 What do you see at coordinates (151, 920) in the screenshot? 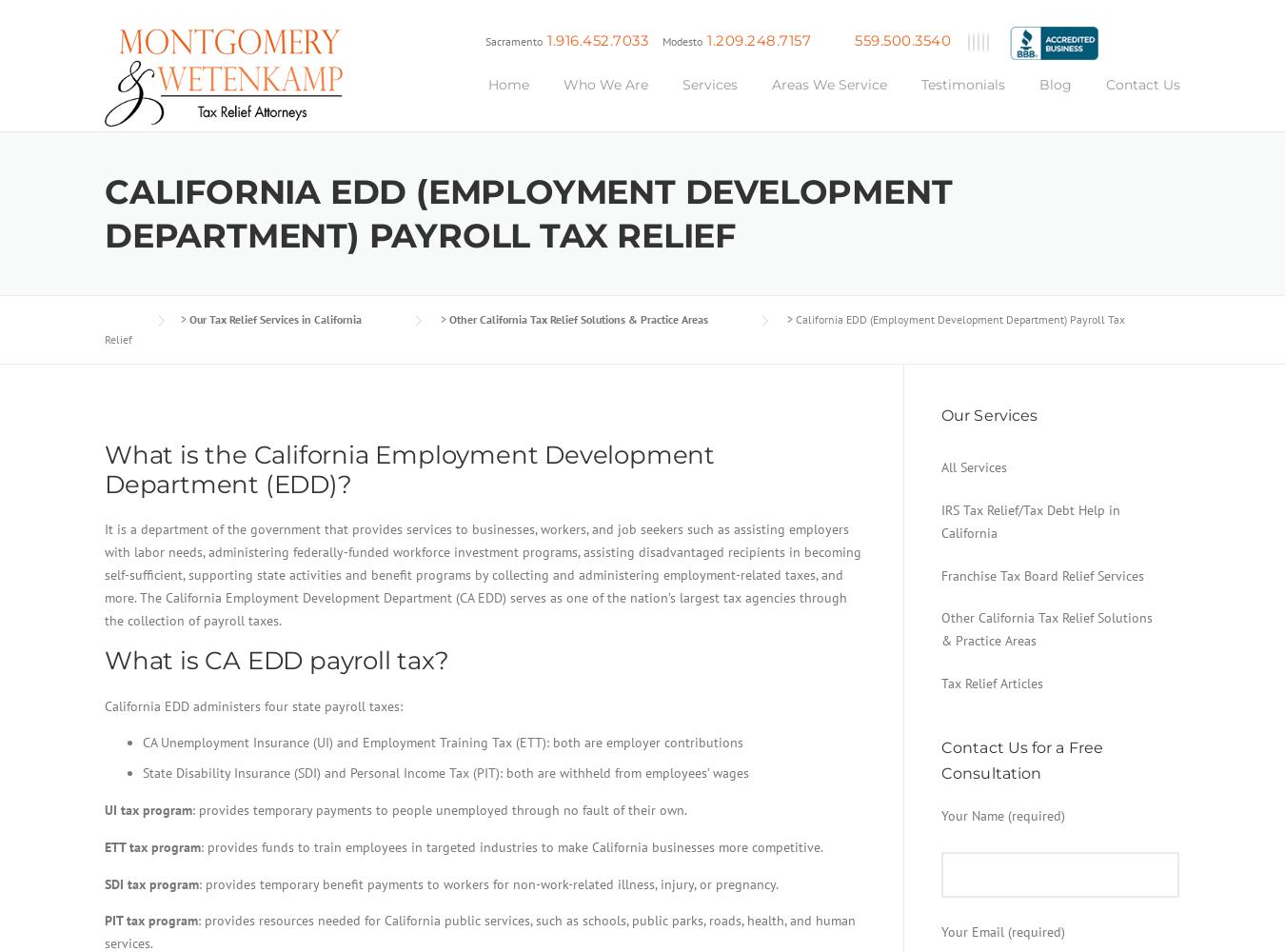
I see `'PIT tax program'` at bounding box center [151, 920].